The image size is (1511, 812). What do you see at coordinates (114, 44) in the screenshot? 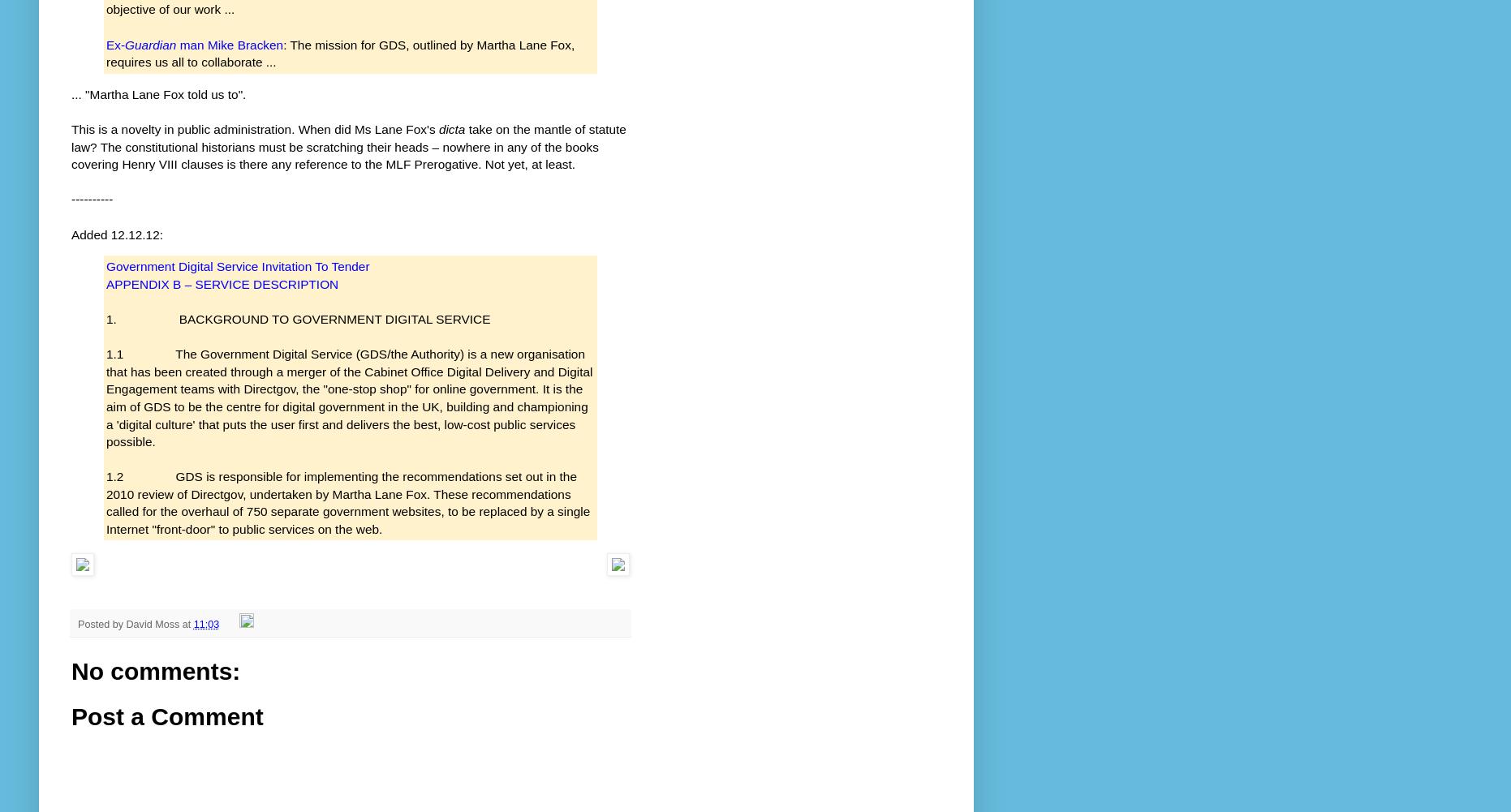
I see `'Ex-'` at bounding box center [114, 44].